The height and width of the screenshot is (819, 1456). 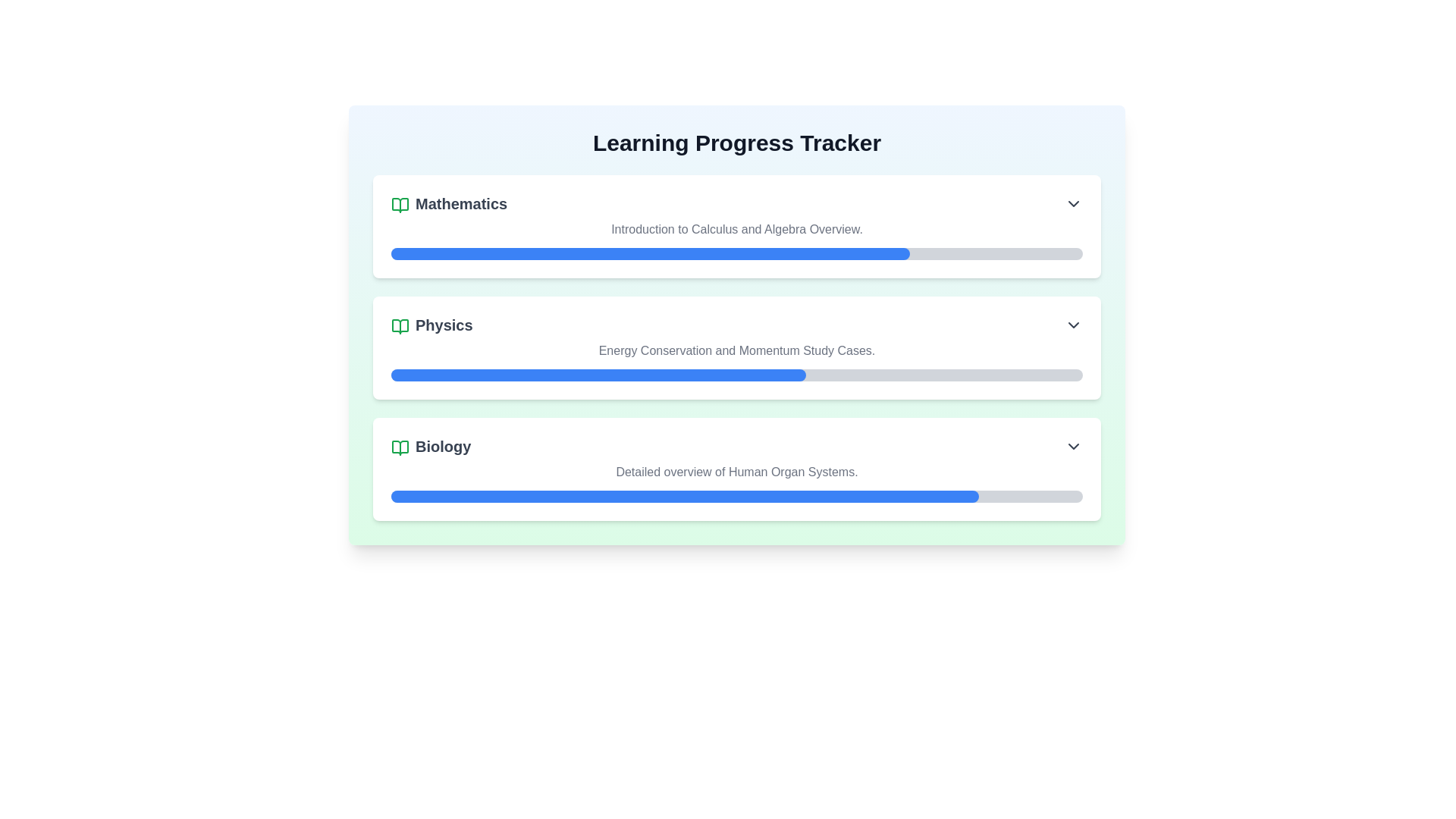 What do you see at coordinates (736, 230) in the screenshot?
I see `the text label located below the 'Mathematics' header and above the progress bar, centrally aligned within its section` at bounding box center [736, 230].